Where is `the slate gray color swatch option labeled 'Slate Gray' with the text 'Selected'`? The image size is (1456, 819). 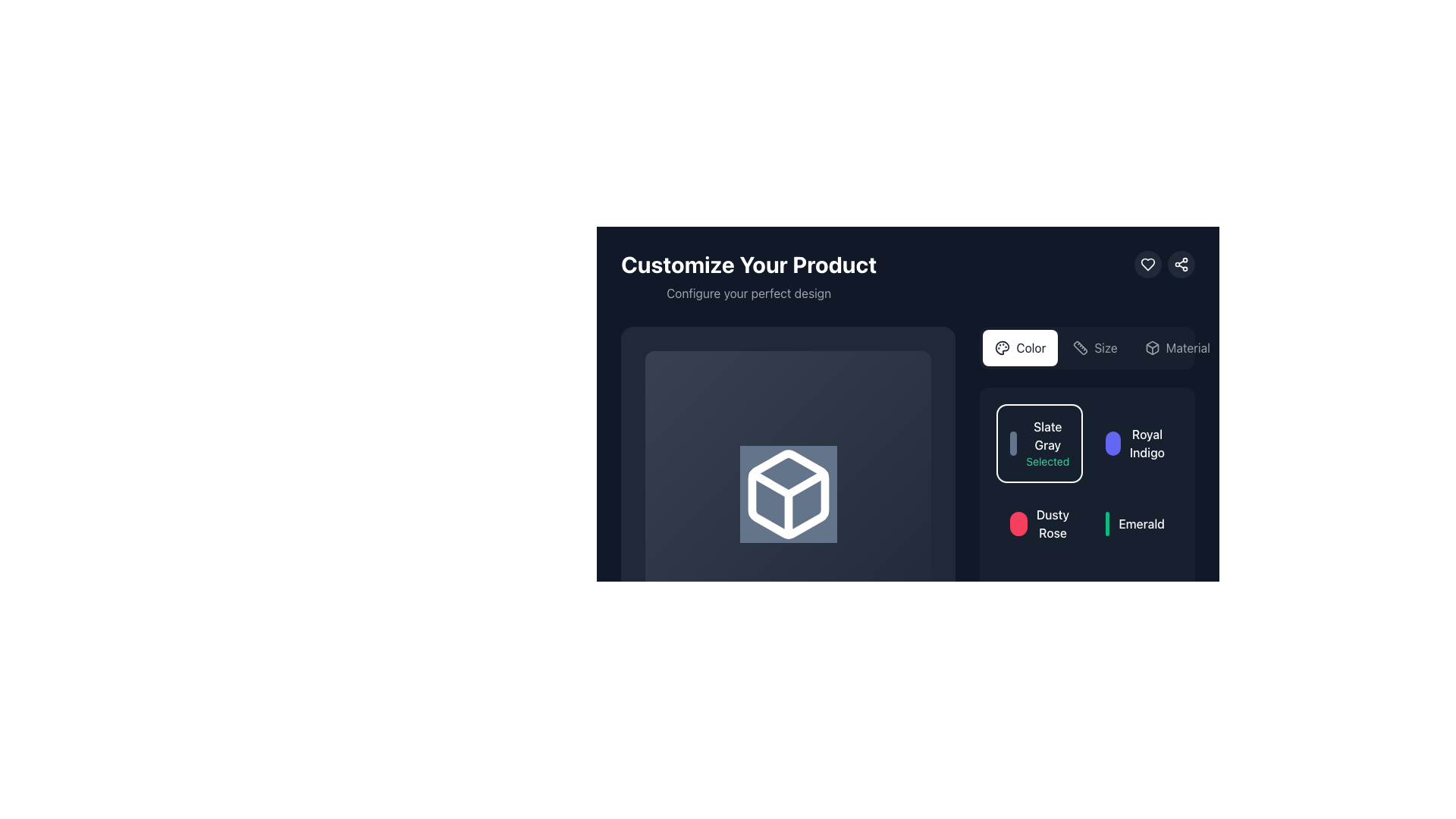 the slate gray color swatch option labeled 'Slate Gray' with the text 'Selected' is located at coordinates (1039, 444).